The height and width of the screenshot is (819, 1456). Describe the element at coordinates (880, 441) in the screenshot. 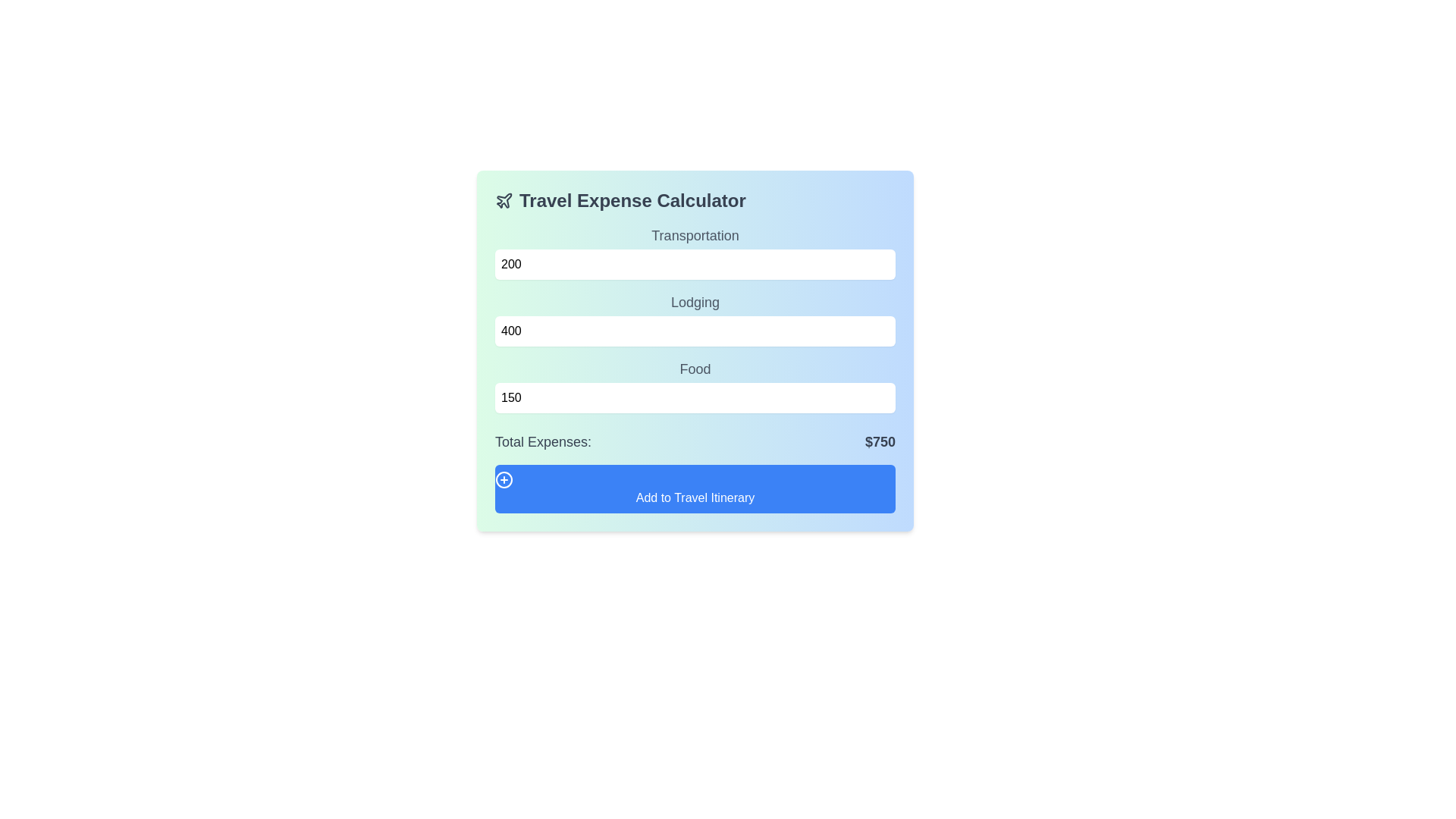

I see `the static text displaying the total expenses calculated by the application, located at the bottom-right of the form interface, to the right of the 'Total Expenses:' label` at that location.